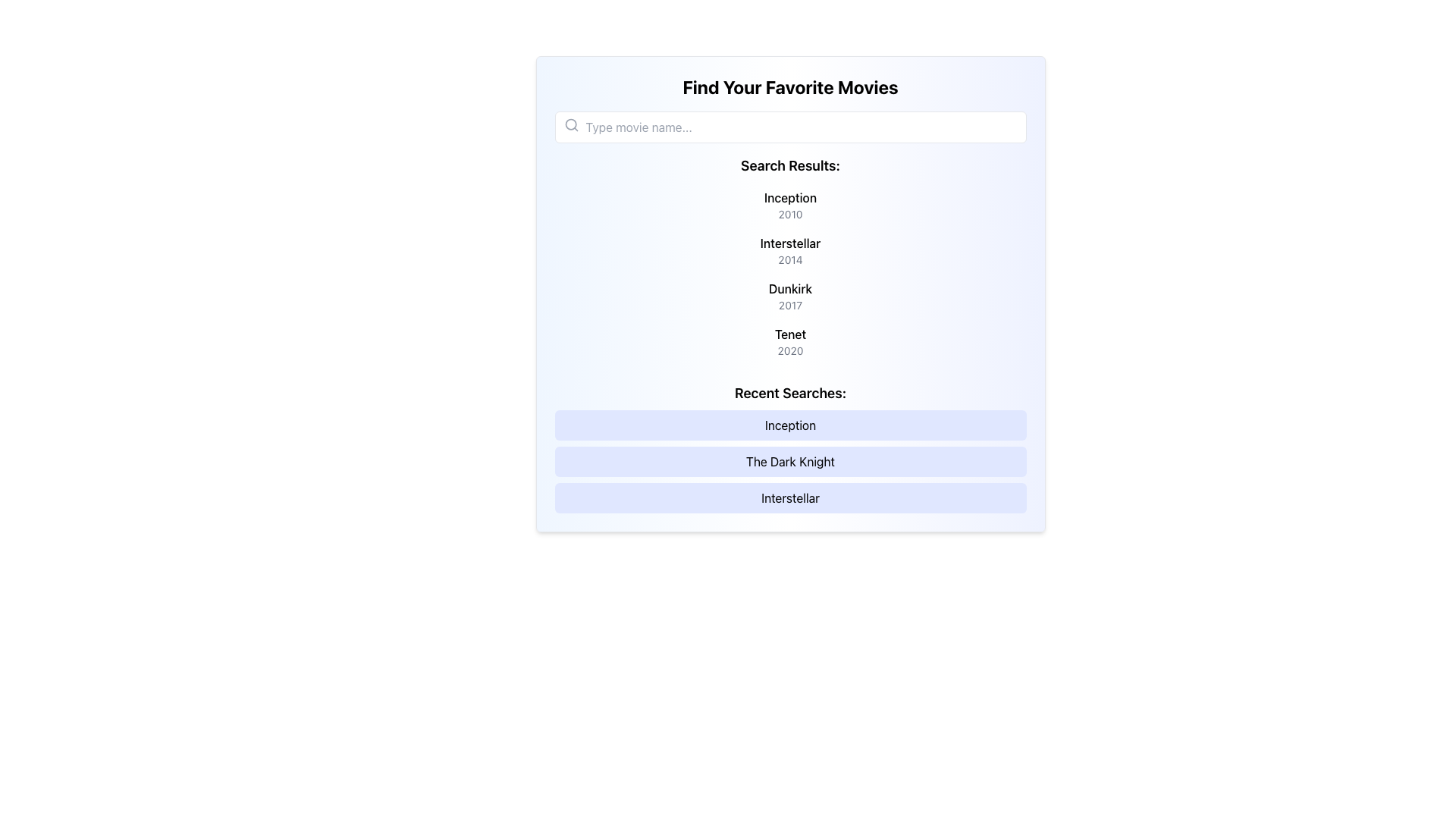 The width and height of the screenshot is (1456, 819). Describe the element at coordinates (789, 289) in the screenshot. I see `the Text Label indicating the movie title in the third position under 'Search Results:'` at that location.